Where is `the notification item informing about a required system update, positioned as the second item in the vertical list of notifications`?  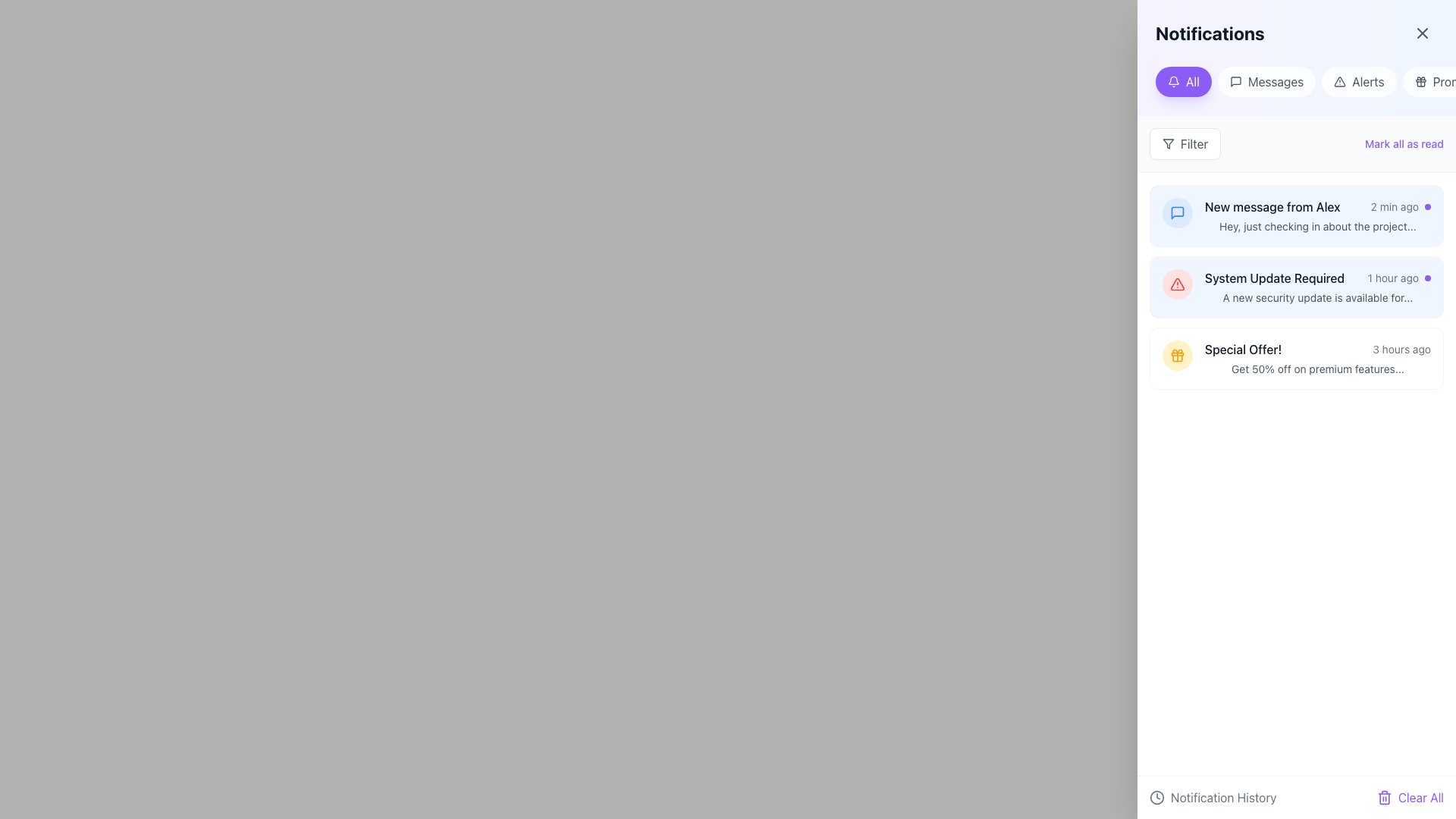 the notification item informing about a required system update, positioned as the second item in the vertical list of notifications is located at coordinates (1316, 278).